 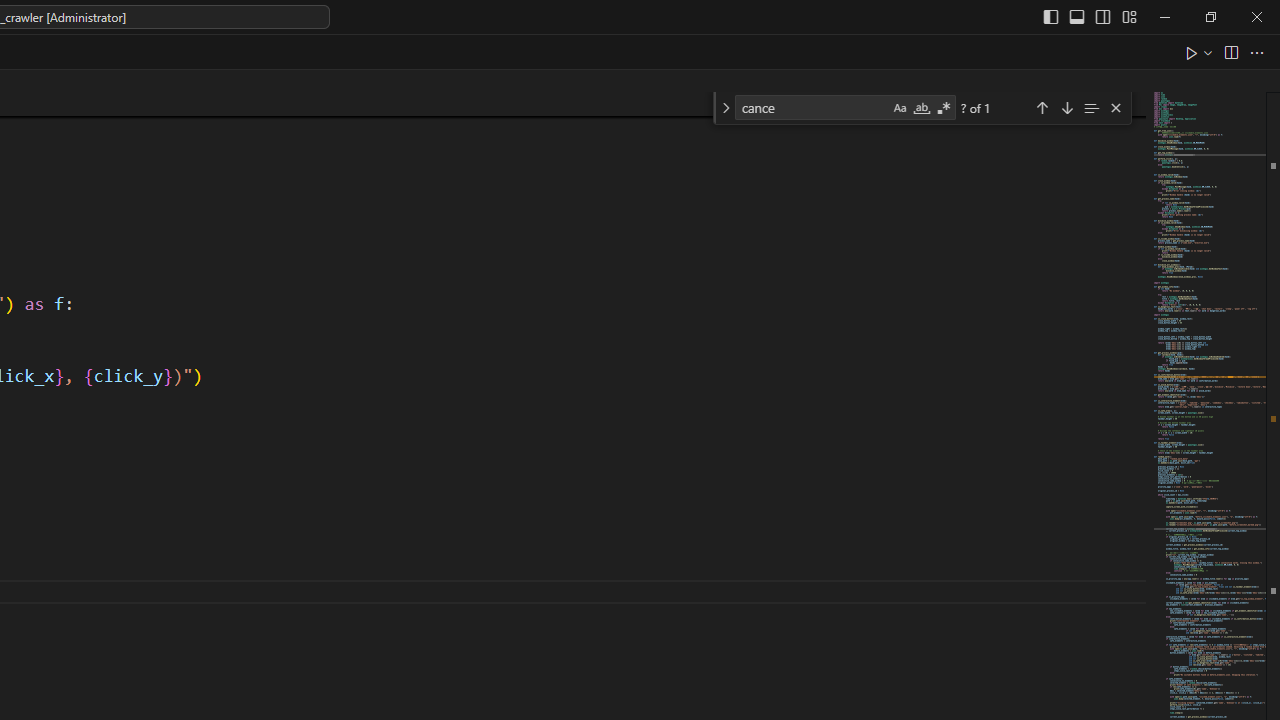 I want to click on 'Match Case (Alt+C)', so click(x=898, y=108).